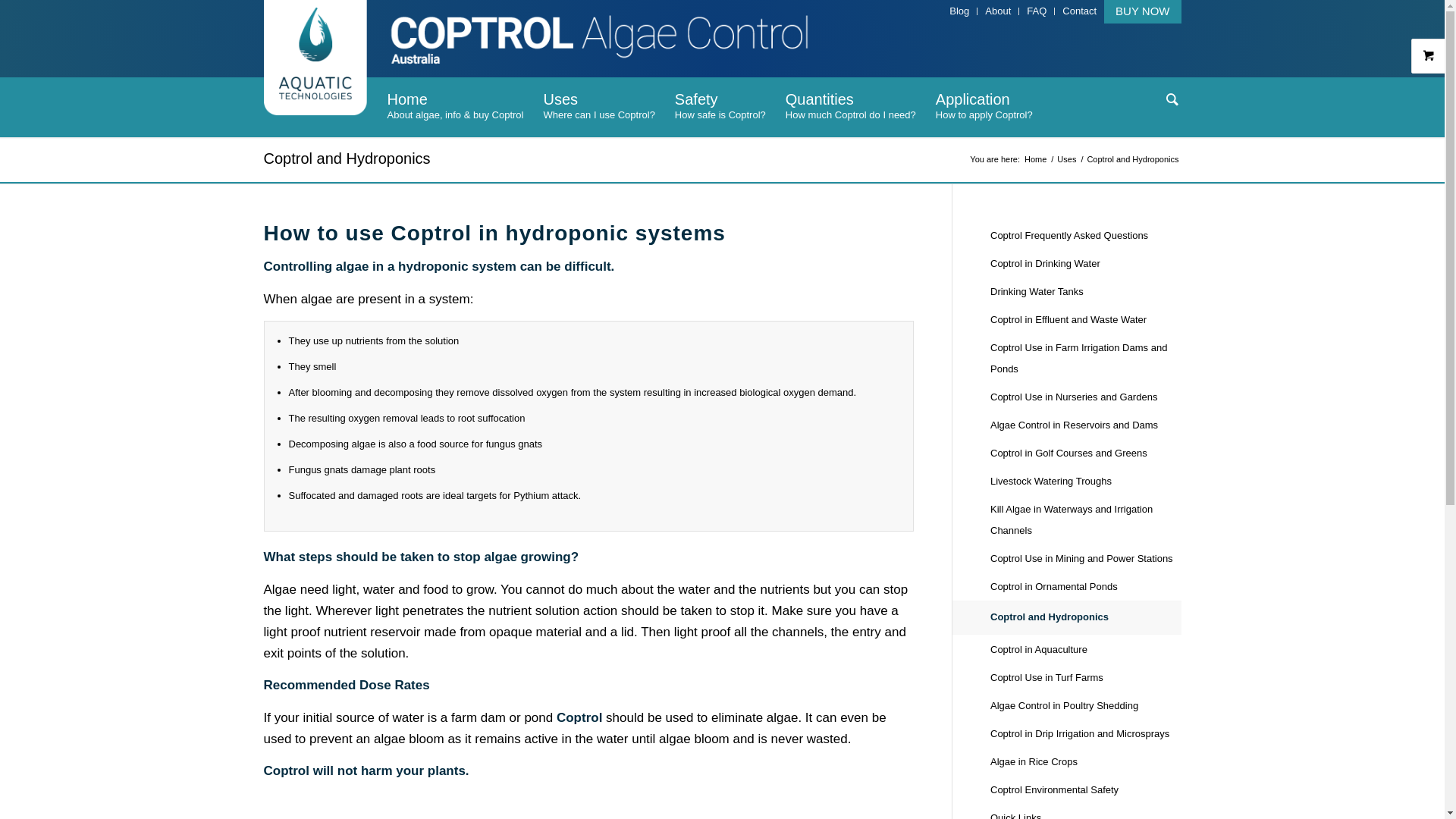 This screenshot has height=819, width=1456. What do you see at coordinates (997, 11) in the screenshot?
I see `'About'` at bounding box center [997, 11].